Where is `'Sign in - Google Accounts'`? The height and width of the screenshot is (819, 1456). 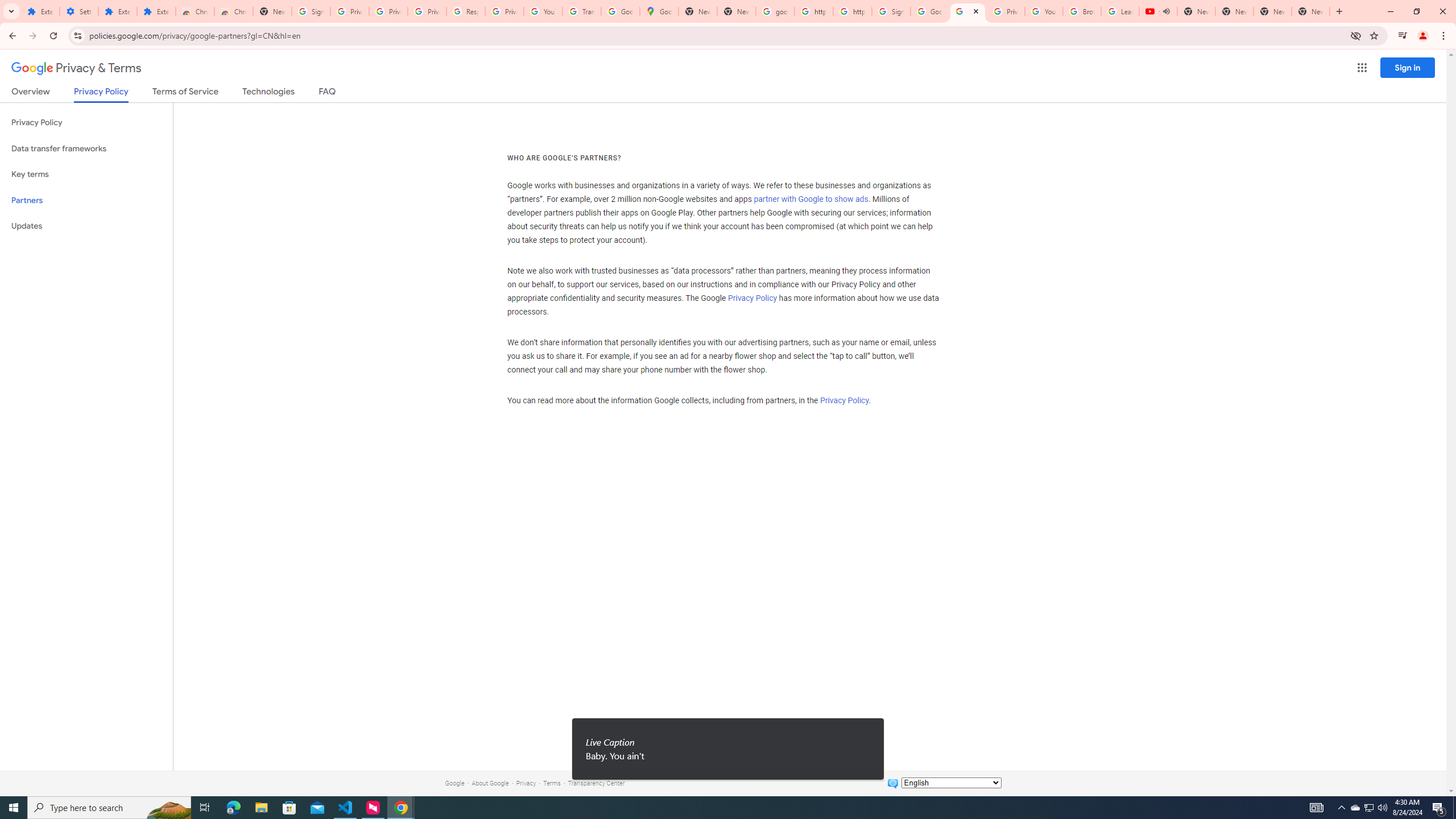
'Sign in - Google Accounts' is located at coordinates (890, 11).